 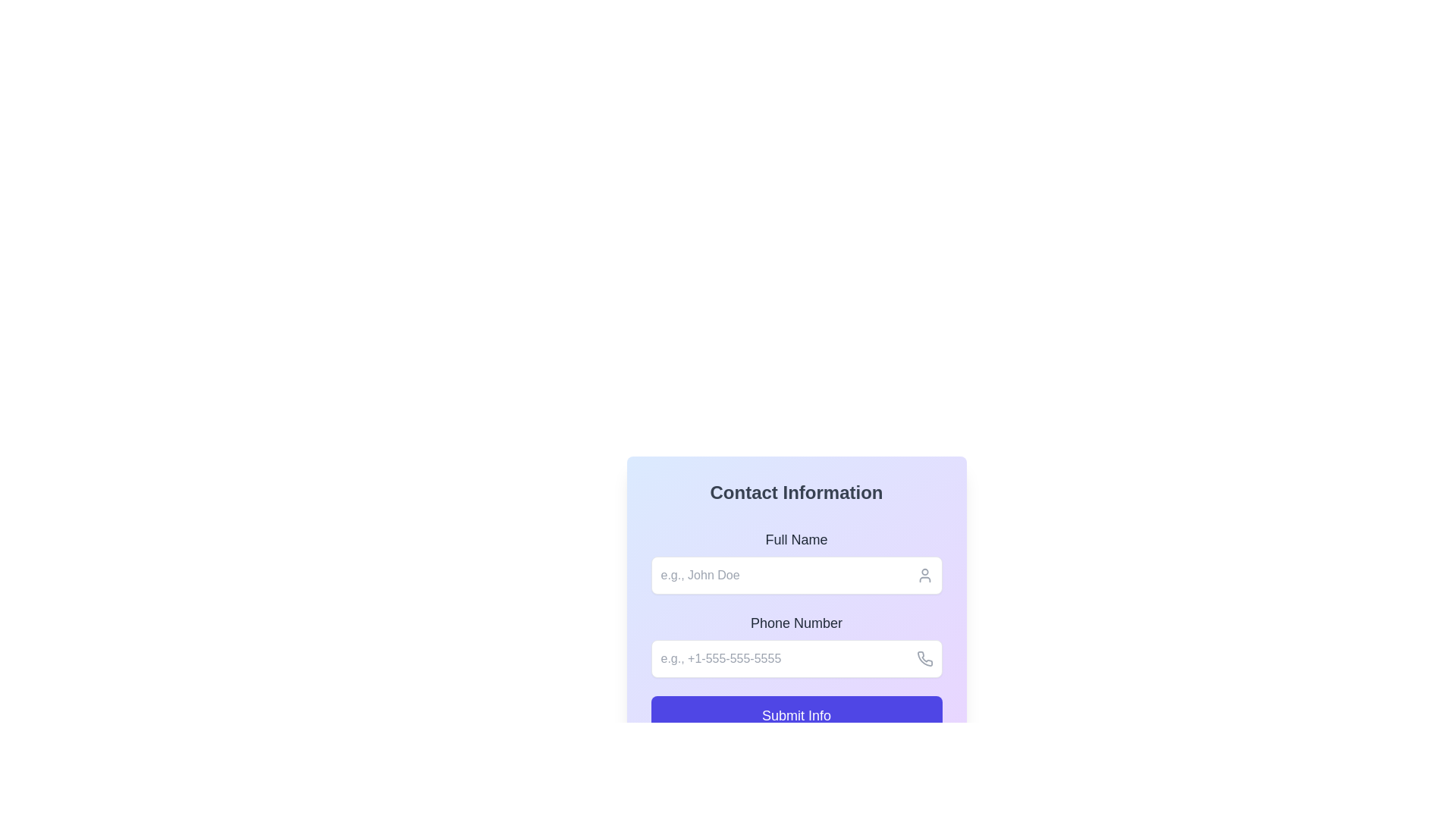 I want to click on the submission button located at the bottom of the 'Contact Information' form to trigger hover effects, so click(x=795, y=716).